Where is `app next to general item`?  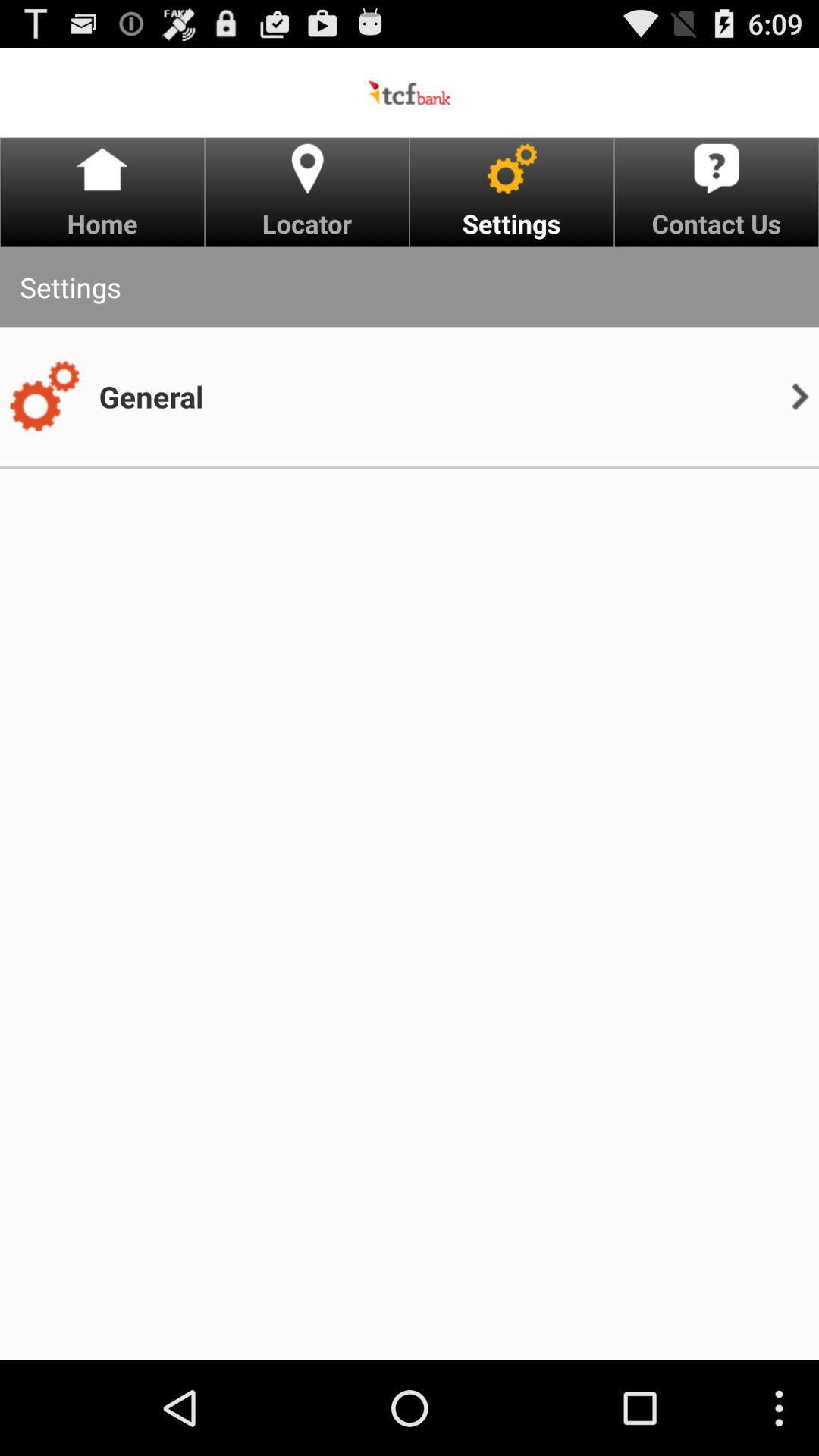
app next to general item is located at coordinates (799, 397).